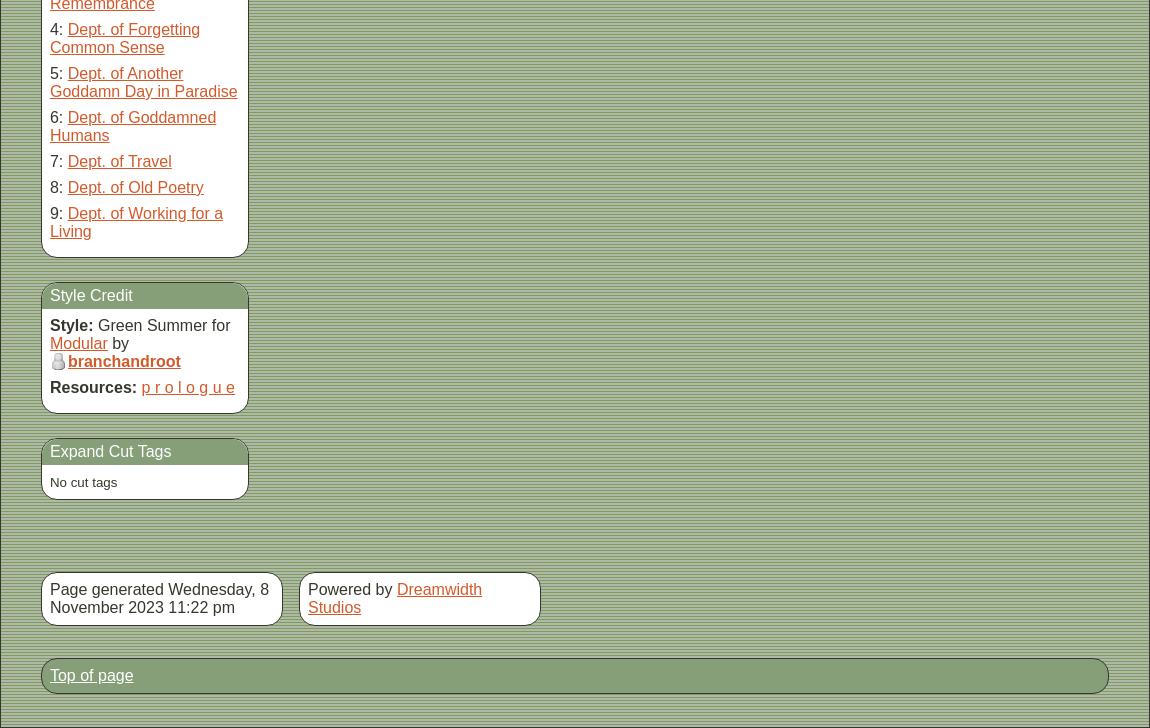 The height and width of the screenshot is (728, 1150). I want to click on 'Dept. of Another Goddamn Day in Paradise', so click(141, 82).